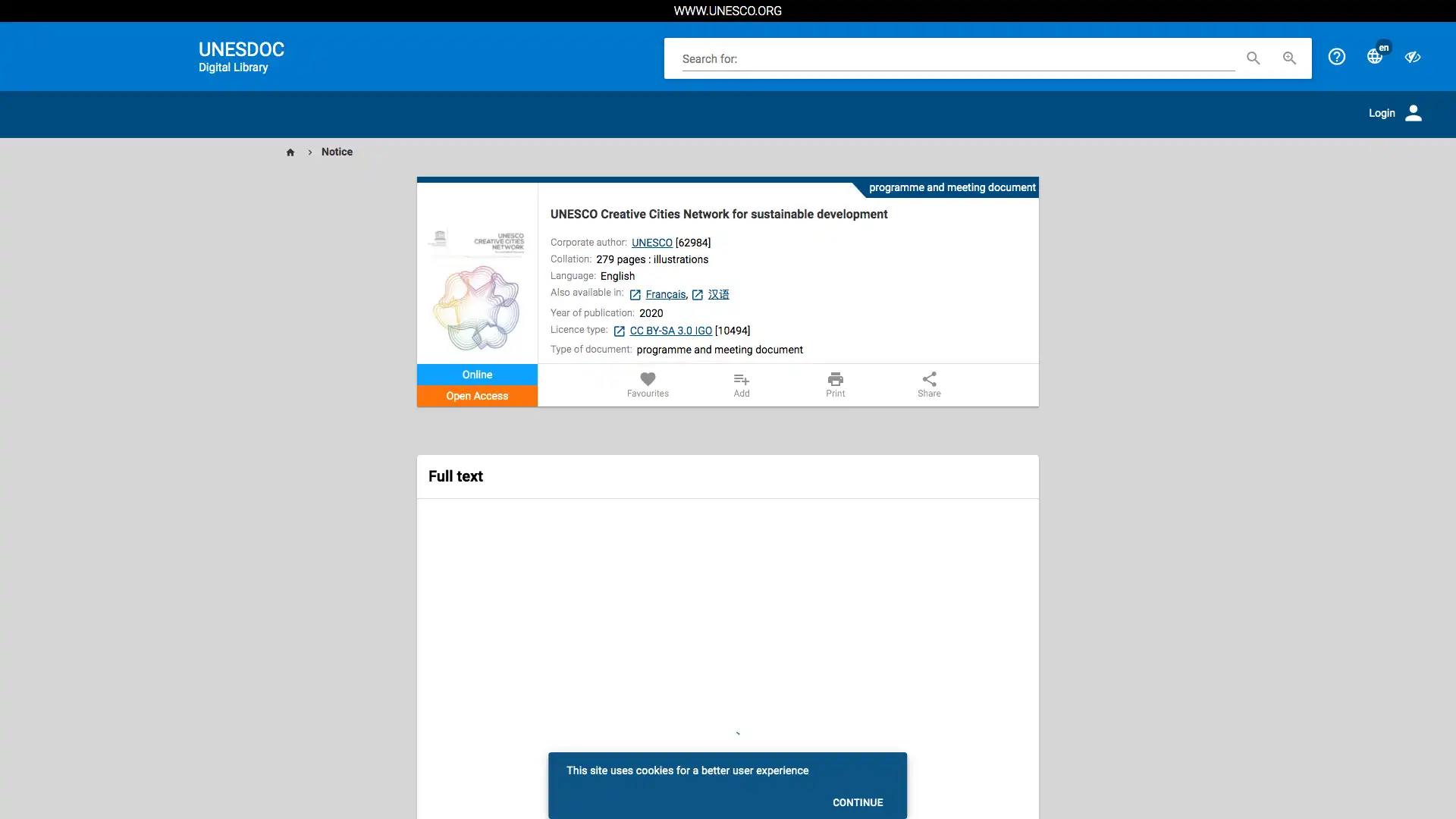 The image size is (1456, 819). What do you see at coordinates (858, 802) in the screenshot?
I see `CONTINUE` at bounding box center [858, 802].